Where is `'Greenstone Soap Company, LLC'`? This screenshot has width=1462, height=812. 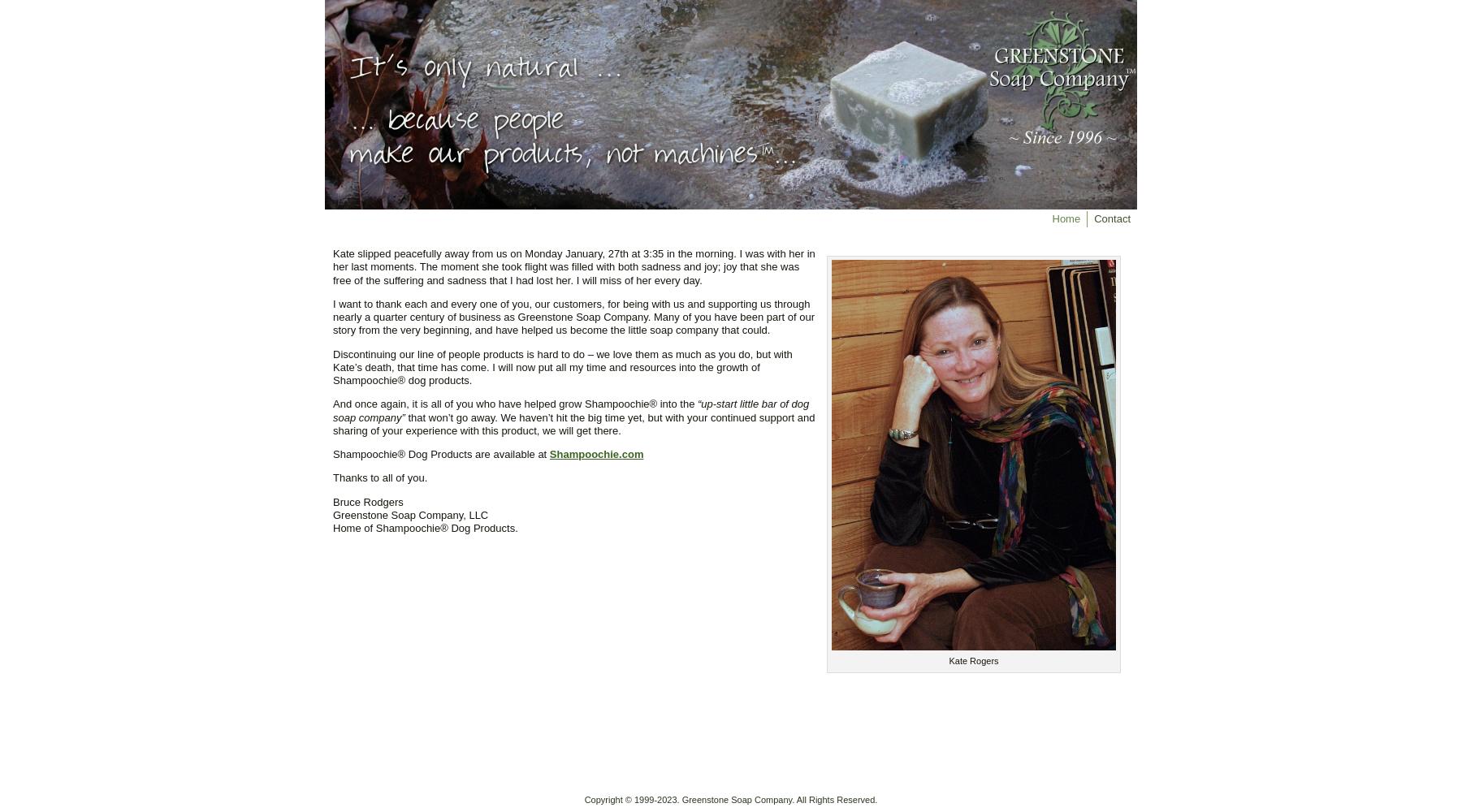 'Greenstone Soap Company, LLC' is located at coordinates (409, 514).